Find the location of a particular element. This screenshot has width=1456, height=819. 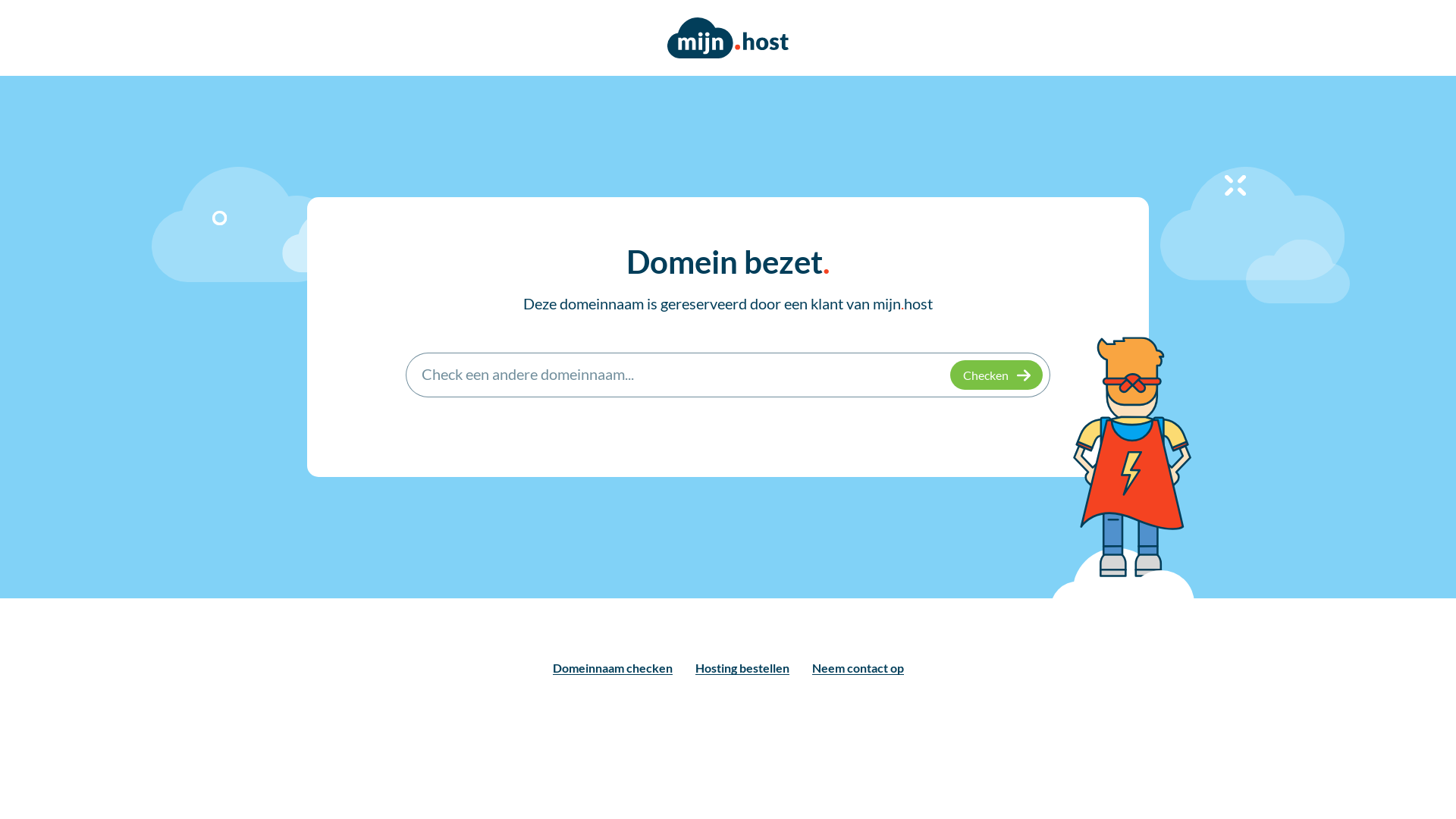

'Domeinnaam checken' is located at coordinates (611, 667).